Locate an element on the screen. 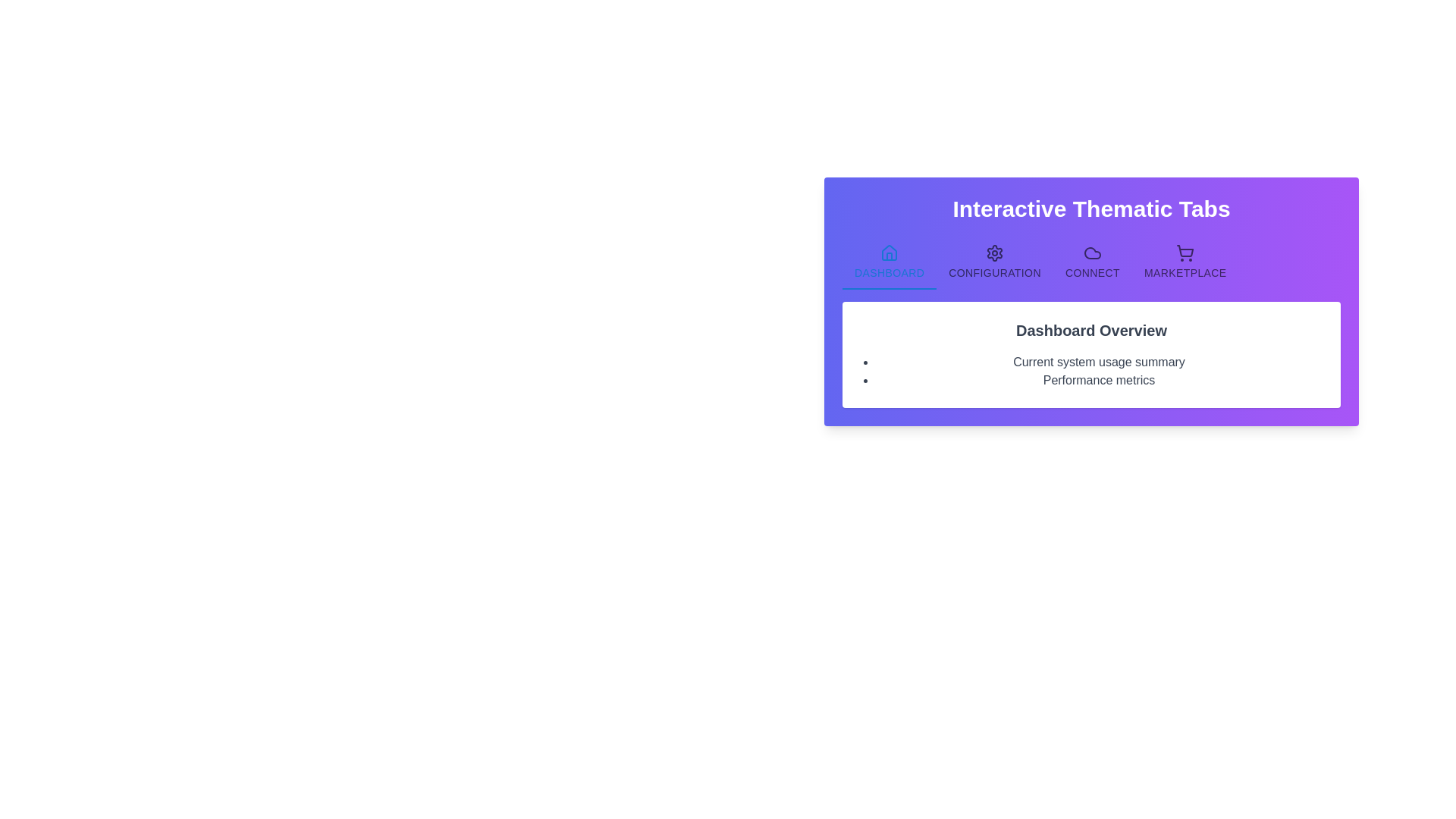 Image resolution: width=1456 pixels, height=819 pixels. the graphical representation of the house-shaped icon located in the 'Dashboard' tab, which is styled with thin blue stroke lines and positioned to the left of the 'Dashboard' label is located at coordinates (890, 253).